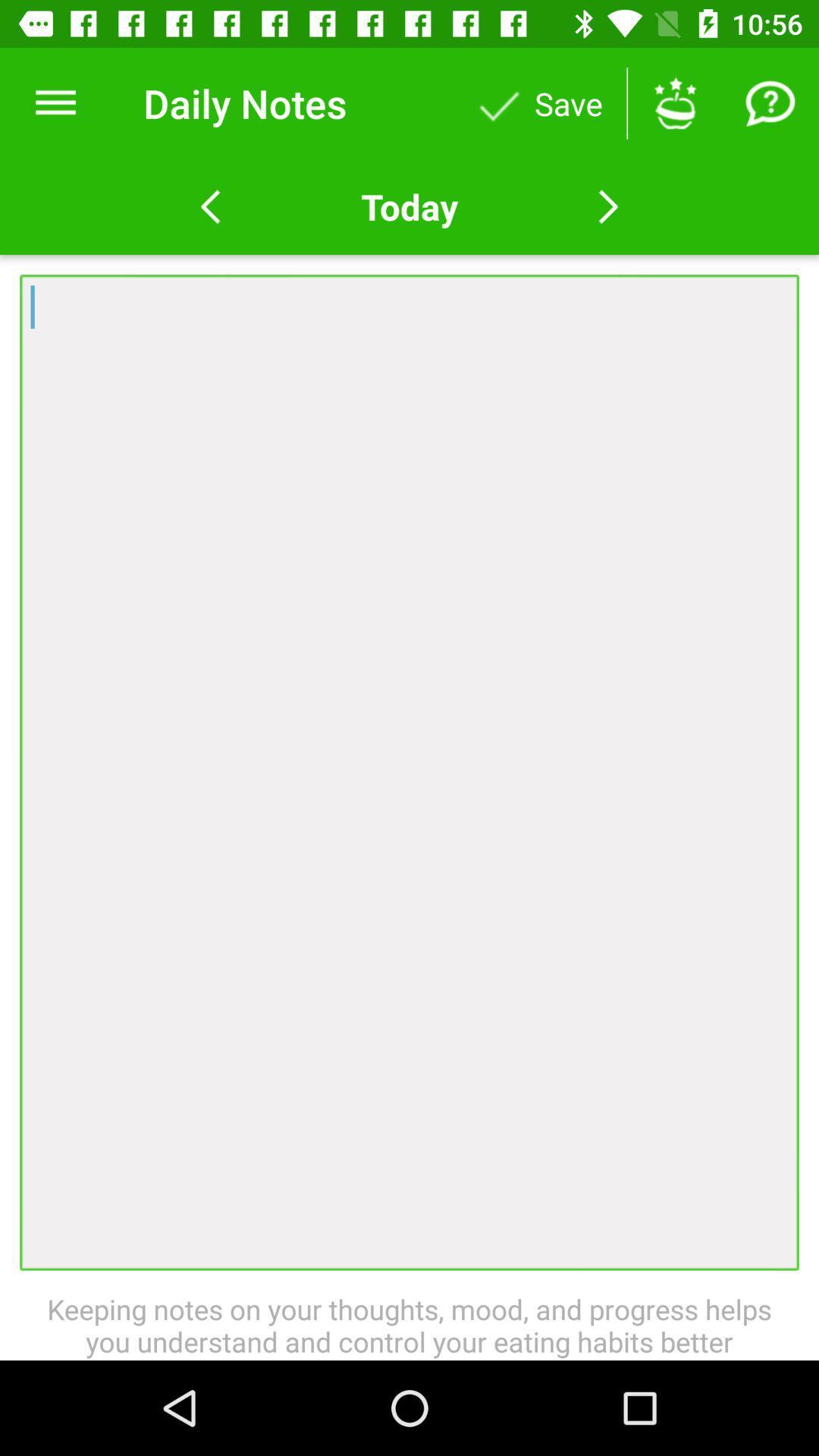  Describe the element at coordinates (409, 772) in the screenshot. I see `type notes` at that location.